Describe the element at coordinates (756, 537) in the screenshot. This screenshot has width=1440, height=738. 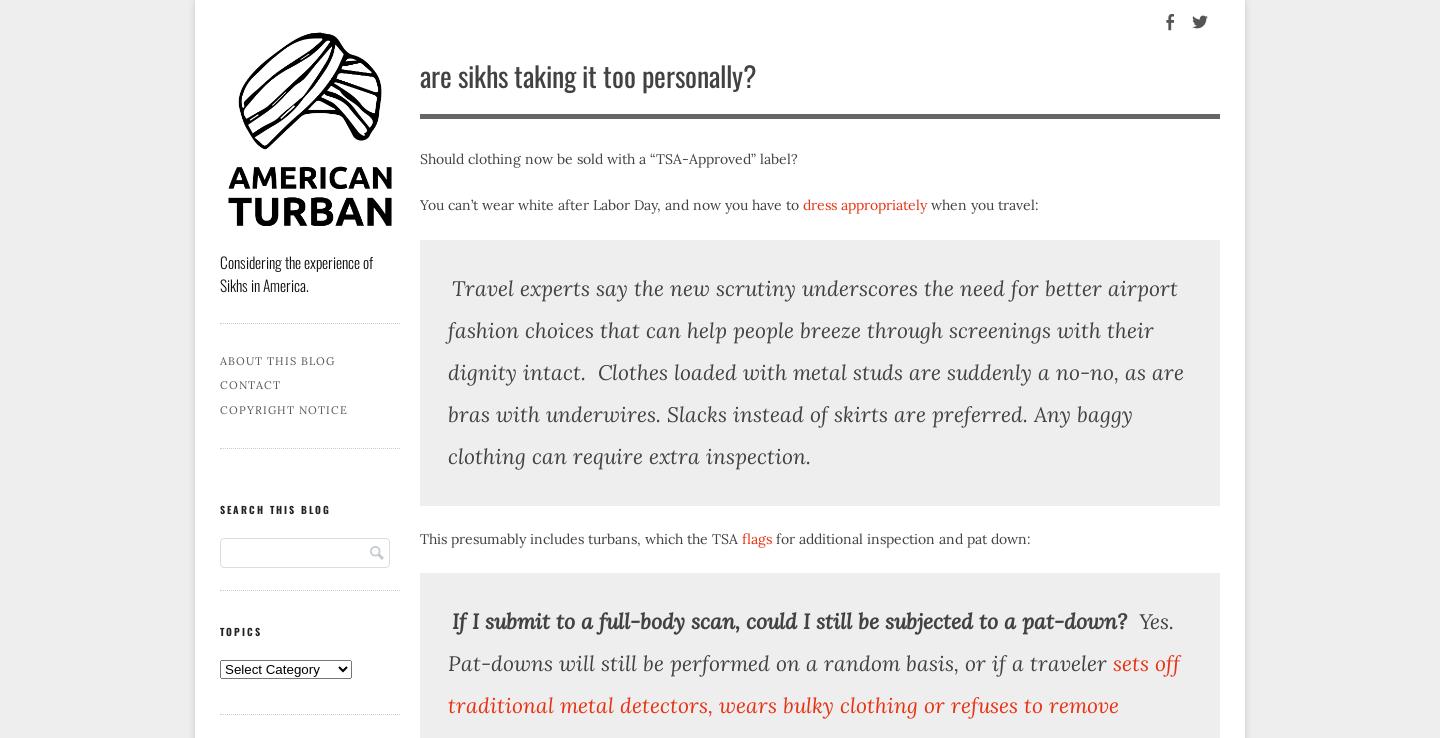
I see `'flags'` at that location.